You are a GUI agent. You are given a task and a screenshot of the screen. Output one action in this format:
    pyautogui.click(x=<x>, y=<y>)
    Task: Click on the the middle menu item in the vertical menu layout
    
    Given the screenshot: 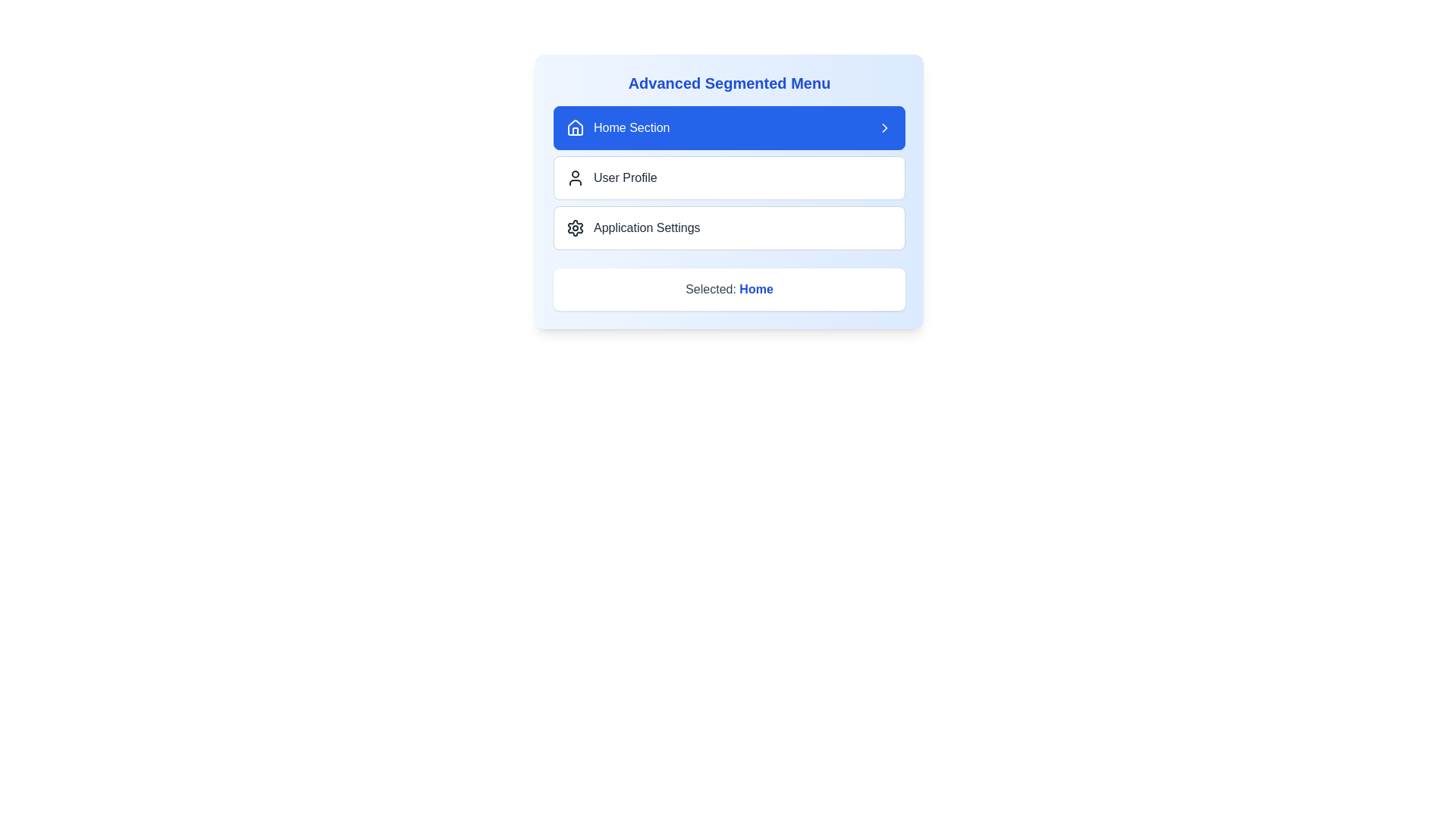 What is the action you would take?
    pyautogui.click(x=729, y=177)
    